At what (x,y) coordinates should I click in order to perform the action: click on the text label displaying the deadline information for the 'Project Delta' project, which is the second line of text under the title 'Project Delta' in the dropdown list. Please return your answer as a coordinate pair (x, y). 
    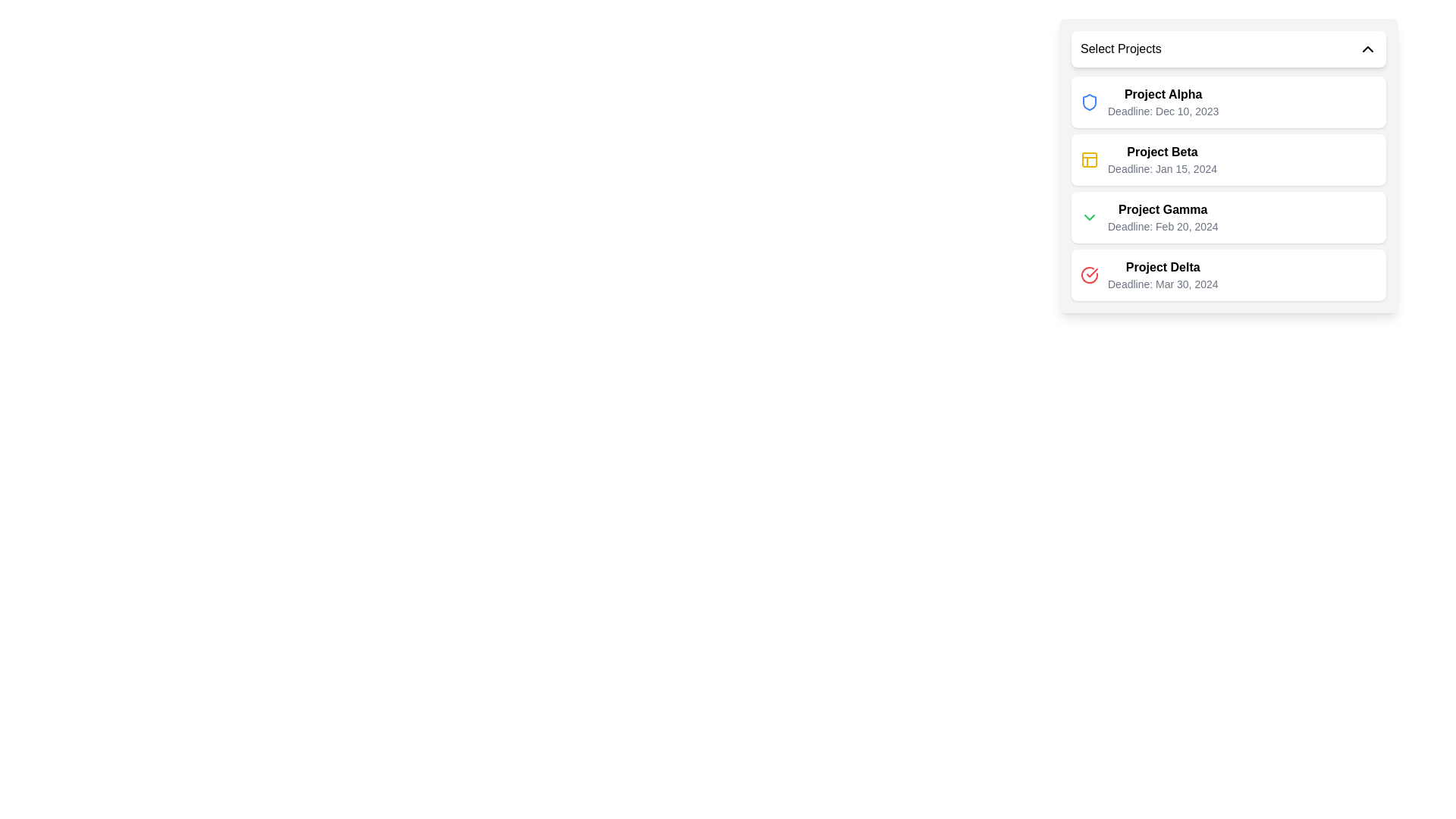
    Looking at the image, I should click on (1162, 284).